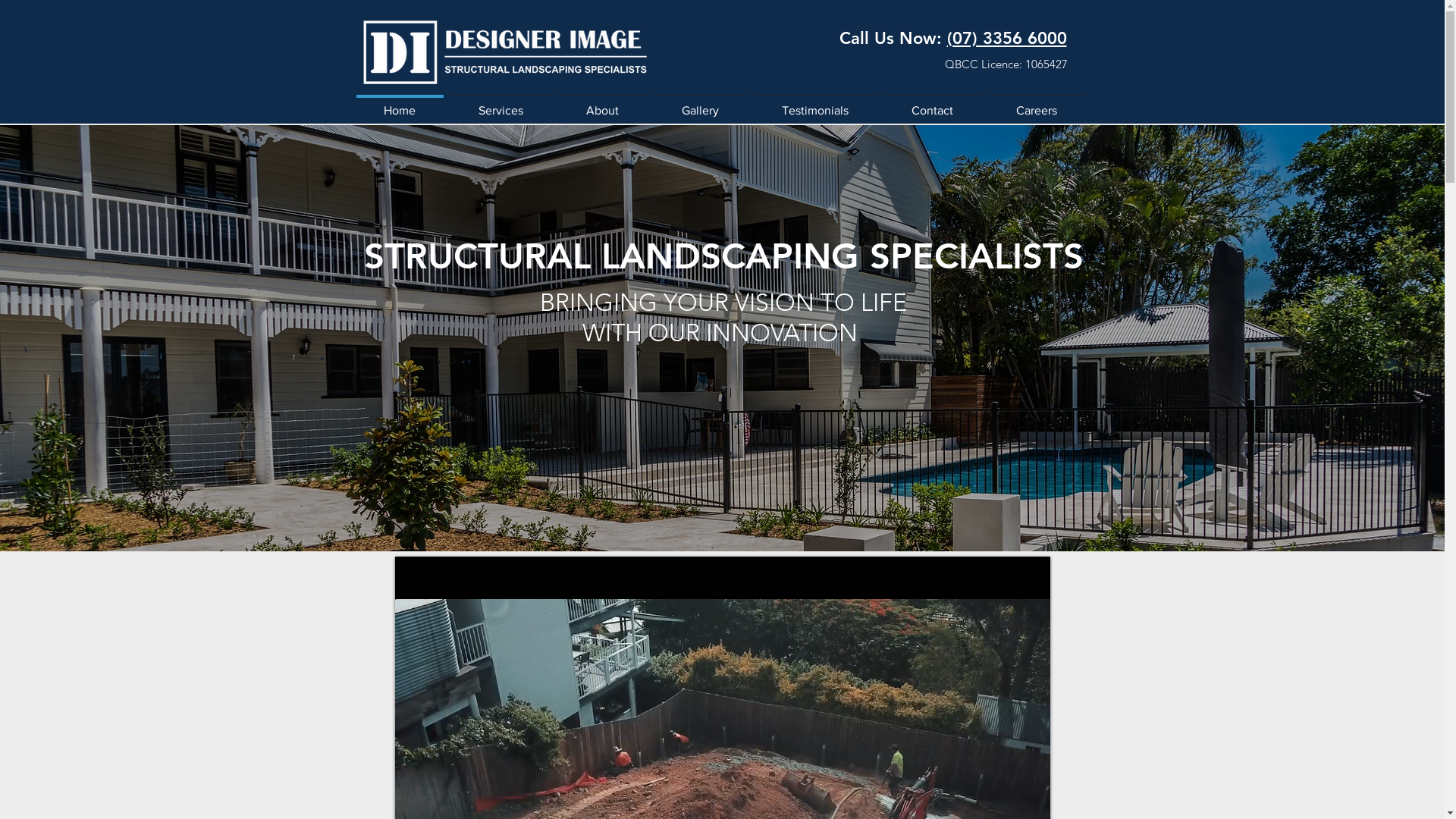 The width and height of the screenshot is (1456, 819). What do you see at coordinates (501, 102) in the screenshot?
I see `'Services'` at bounding box center [501, 102].